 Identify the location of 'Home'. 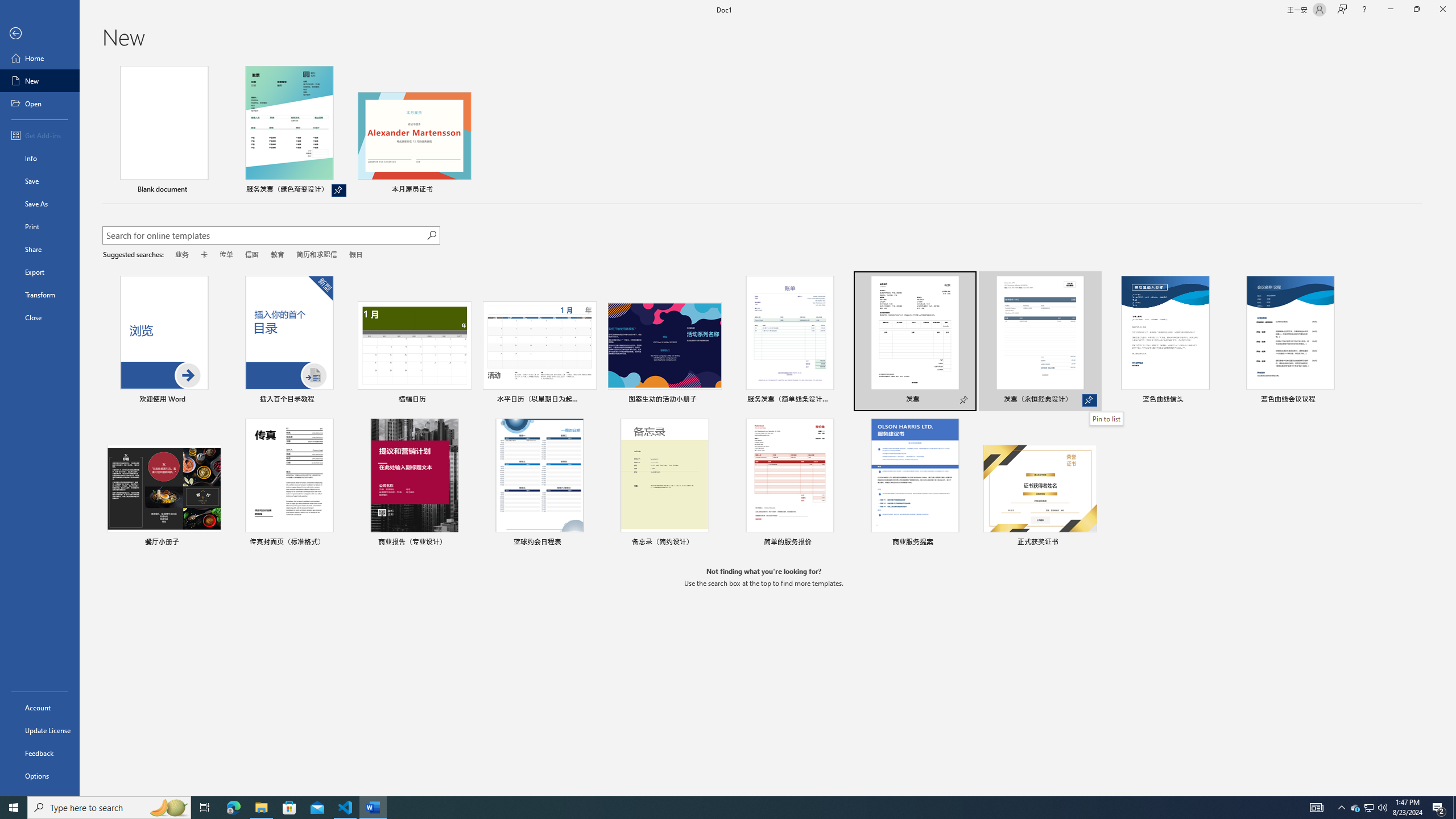
(39, 58).